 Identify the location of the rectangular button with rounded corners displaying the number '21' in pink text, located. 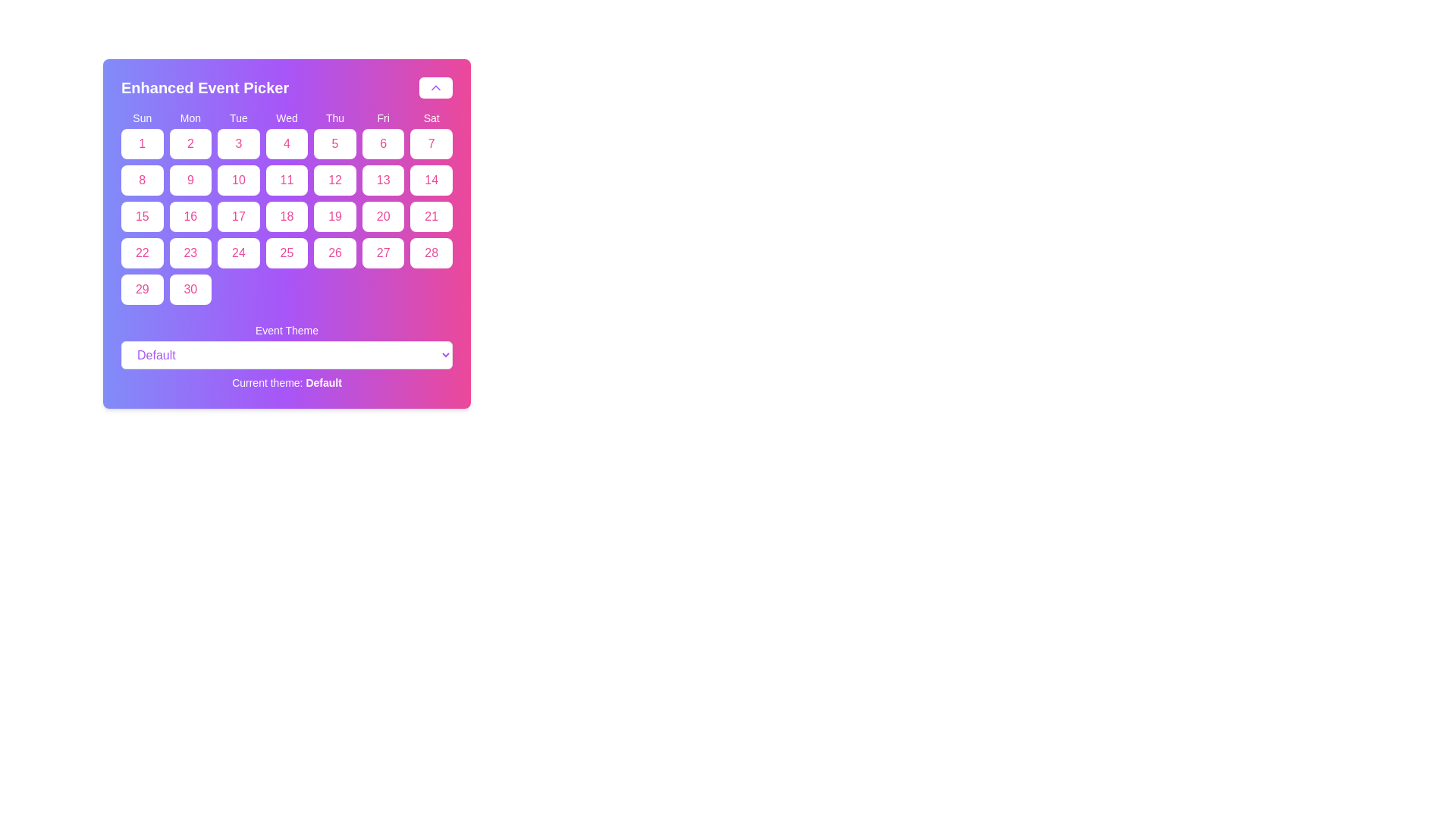
(431, 216).